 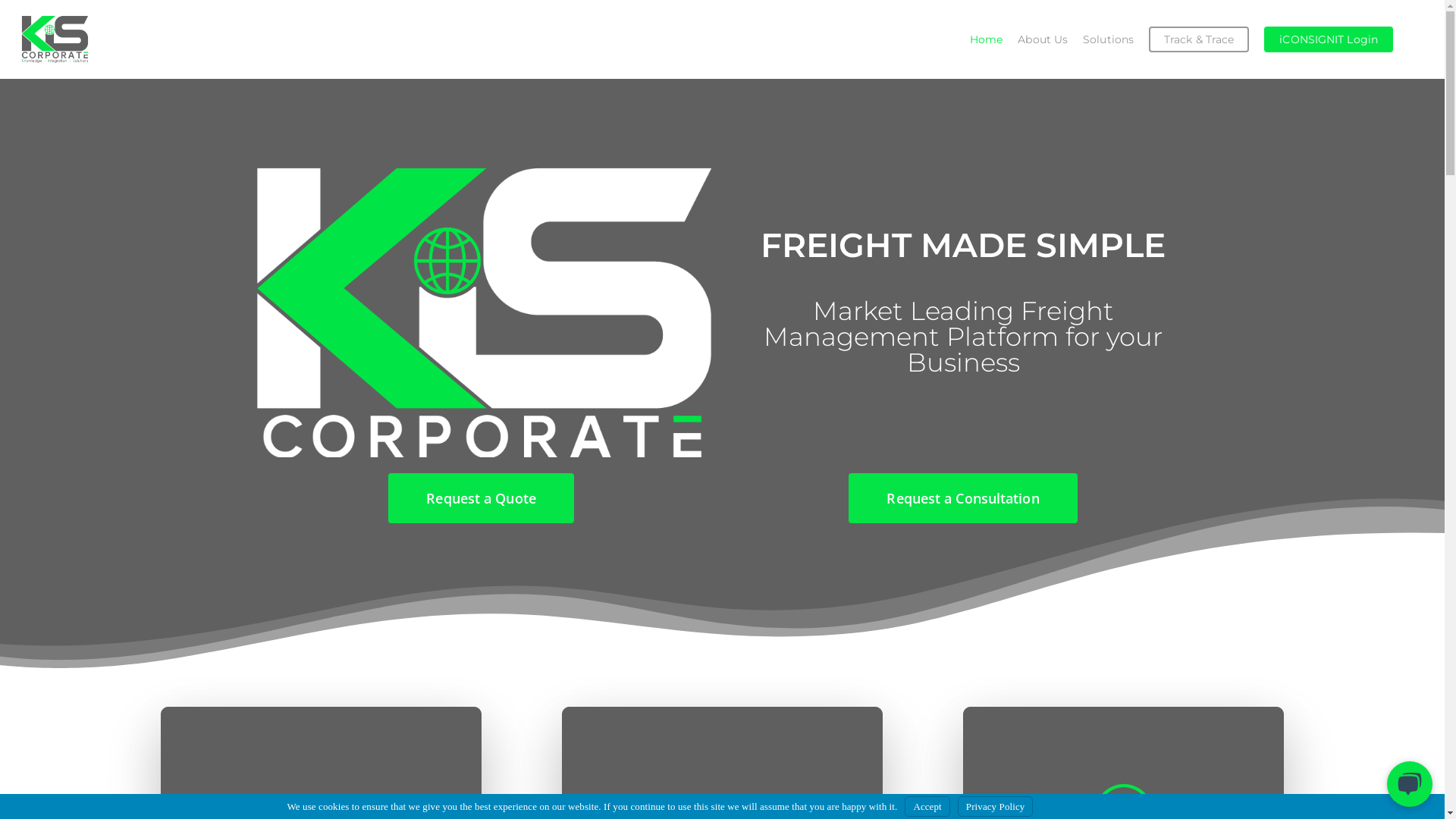 I want to click on 'iCONSIGNIT Login', so click(x=1328, y=38).